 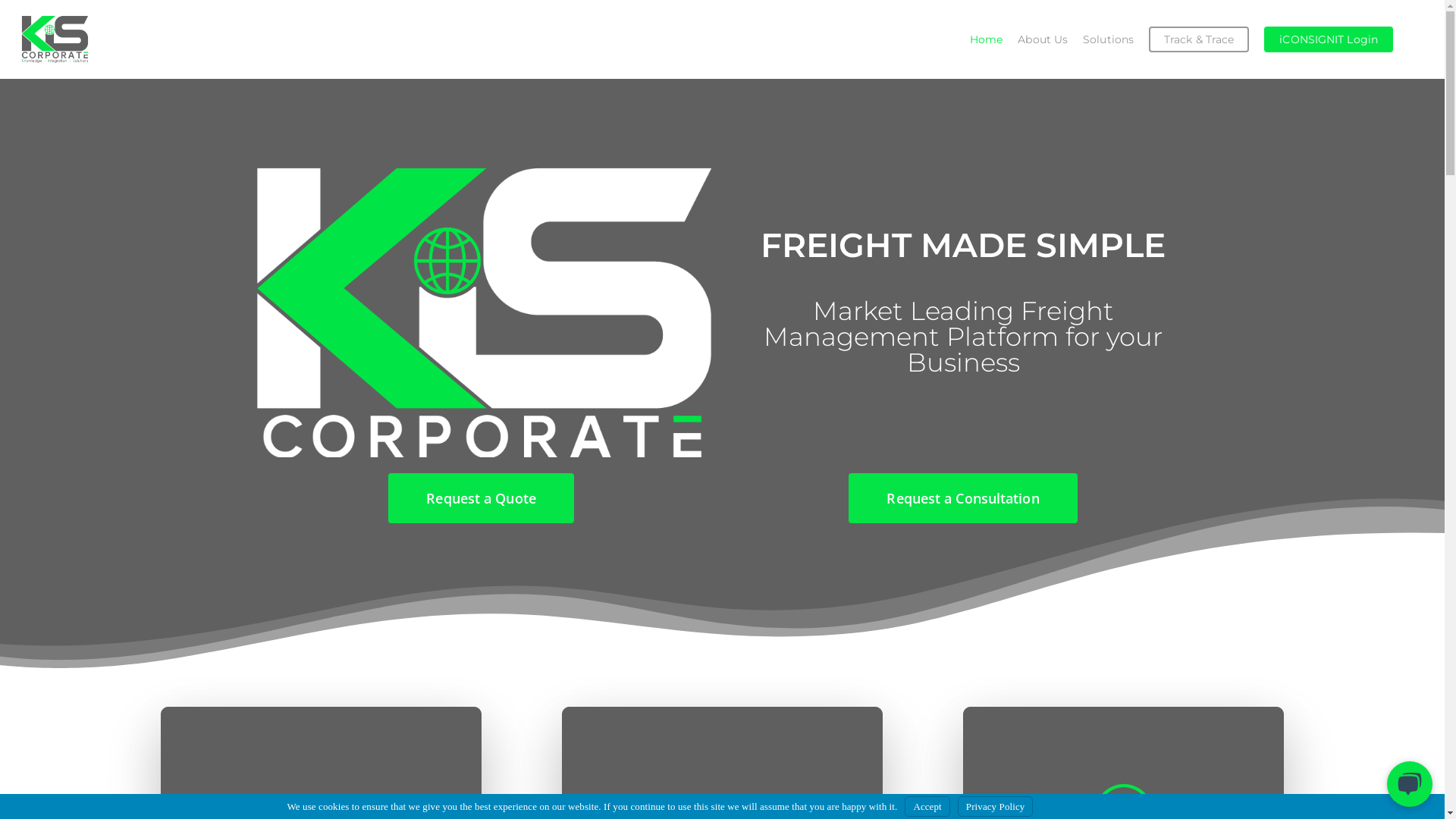 I want to click on 'iCONSIGNIT Login', so click(x=1328, y=38).